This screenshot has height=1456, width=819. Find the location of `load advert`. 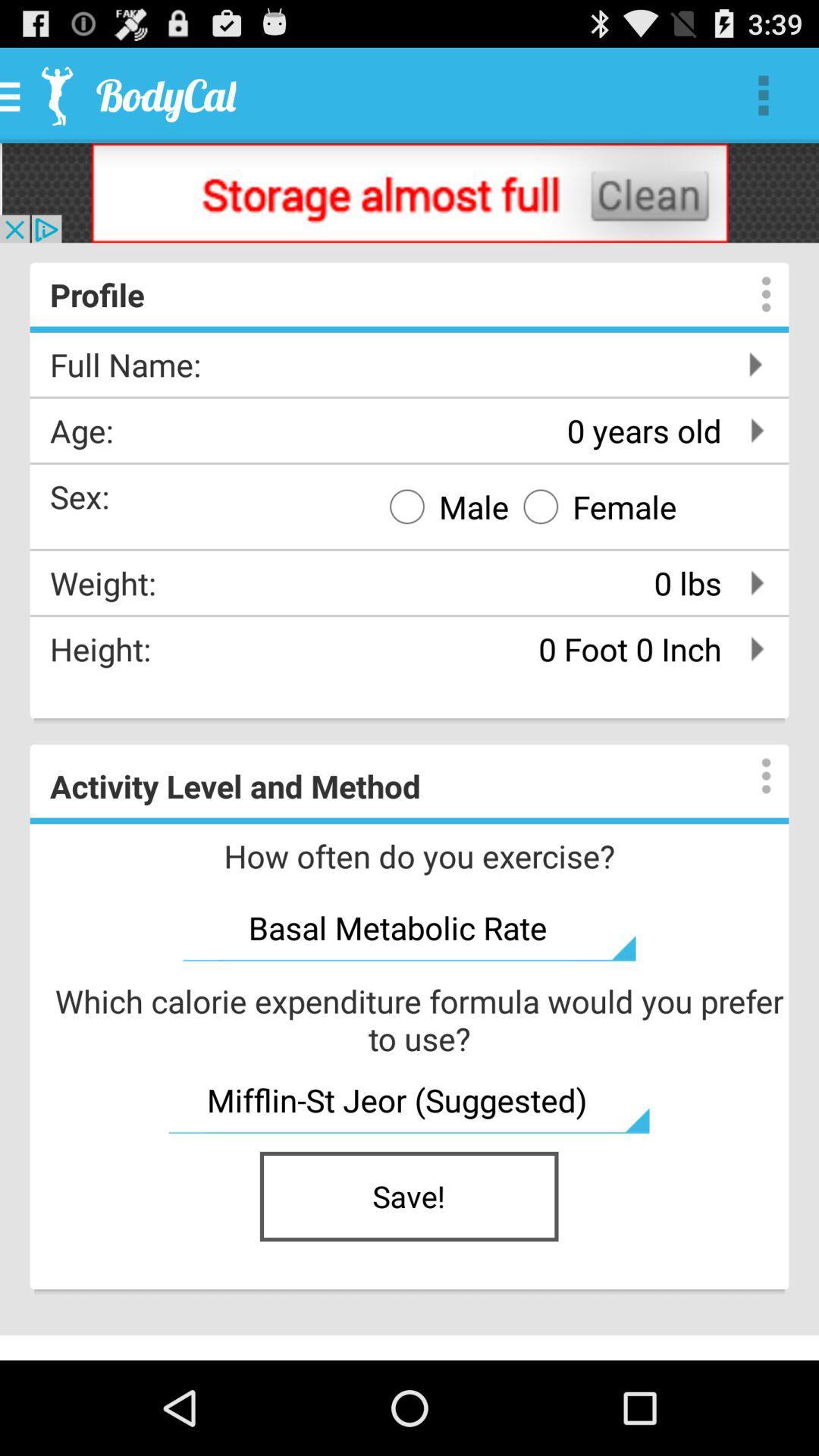

load advert is located at coordinates (409, 192).